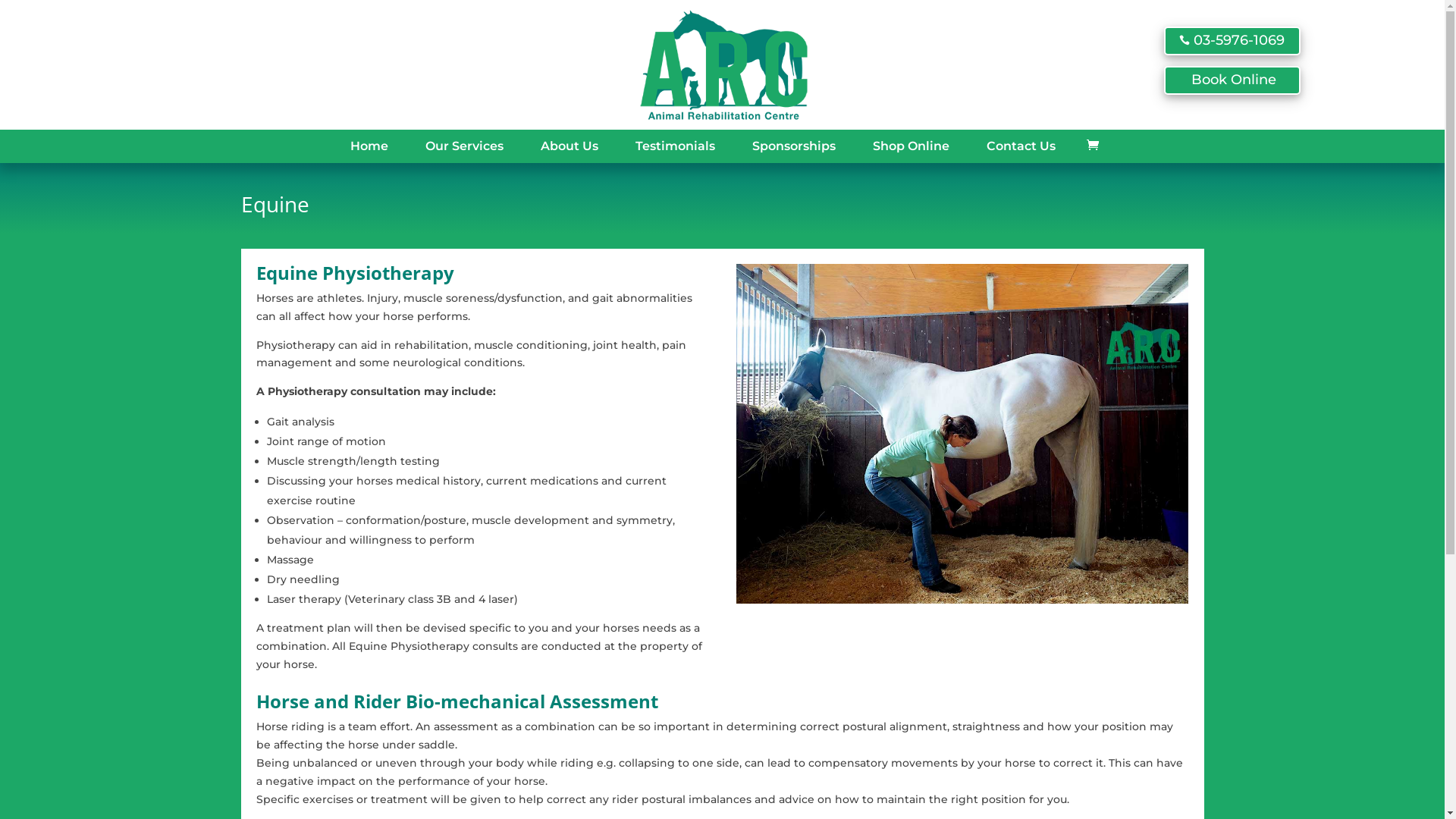  What do you see at coordinates (1231, 80) in the screenshot?
I see `'Book Online'` at bounding box center [1231, 80].